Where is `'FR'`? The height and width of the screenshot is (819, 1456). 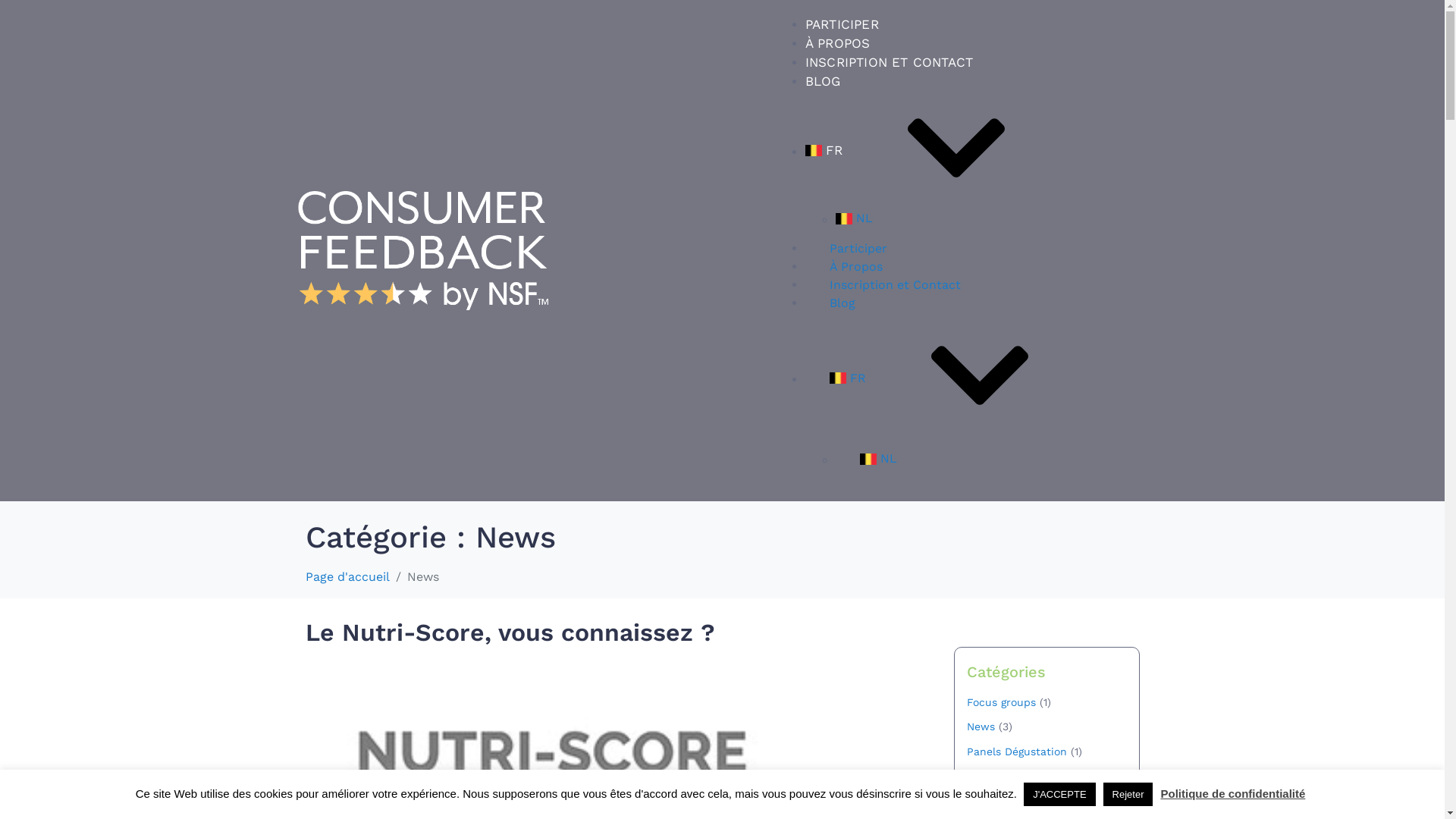 'FR' is located at coordinates (804, 377).